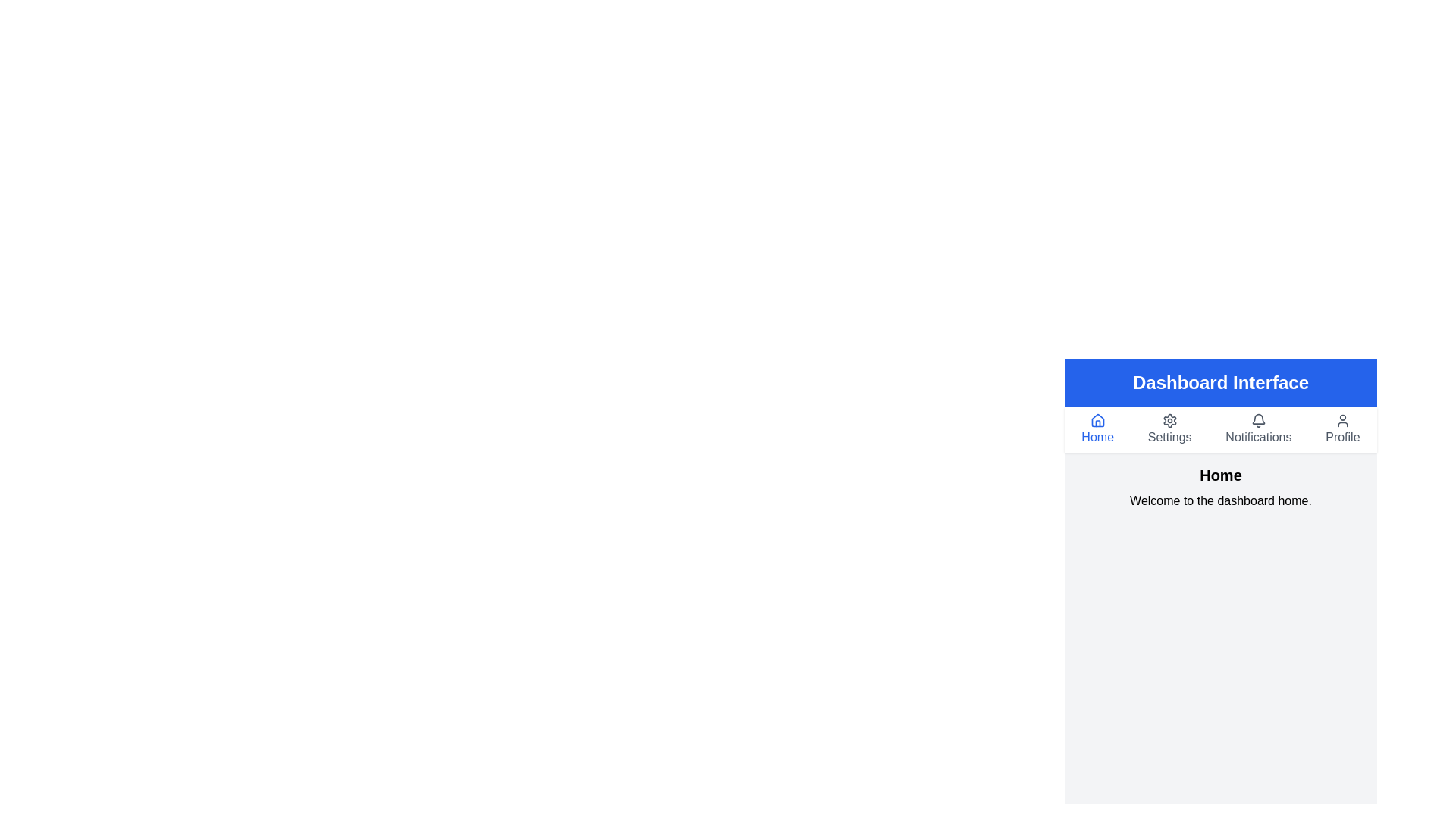  Describe the element at coordinates (1169, 421) in the screenshot. I see `the gear-shaped icon in the navigation bar beneath the 'Dashboard Interface'` at that location.